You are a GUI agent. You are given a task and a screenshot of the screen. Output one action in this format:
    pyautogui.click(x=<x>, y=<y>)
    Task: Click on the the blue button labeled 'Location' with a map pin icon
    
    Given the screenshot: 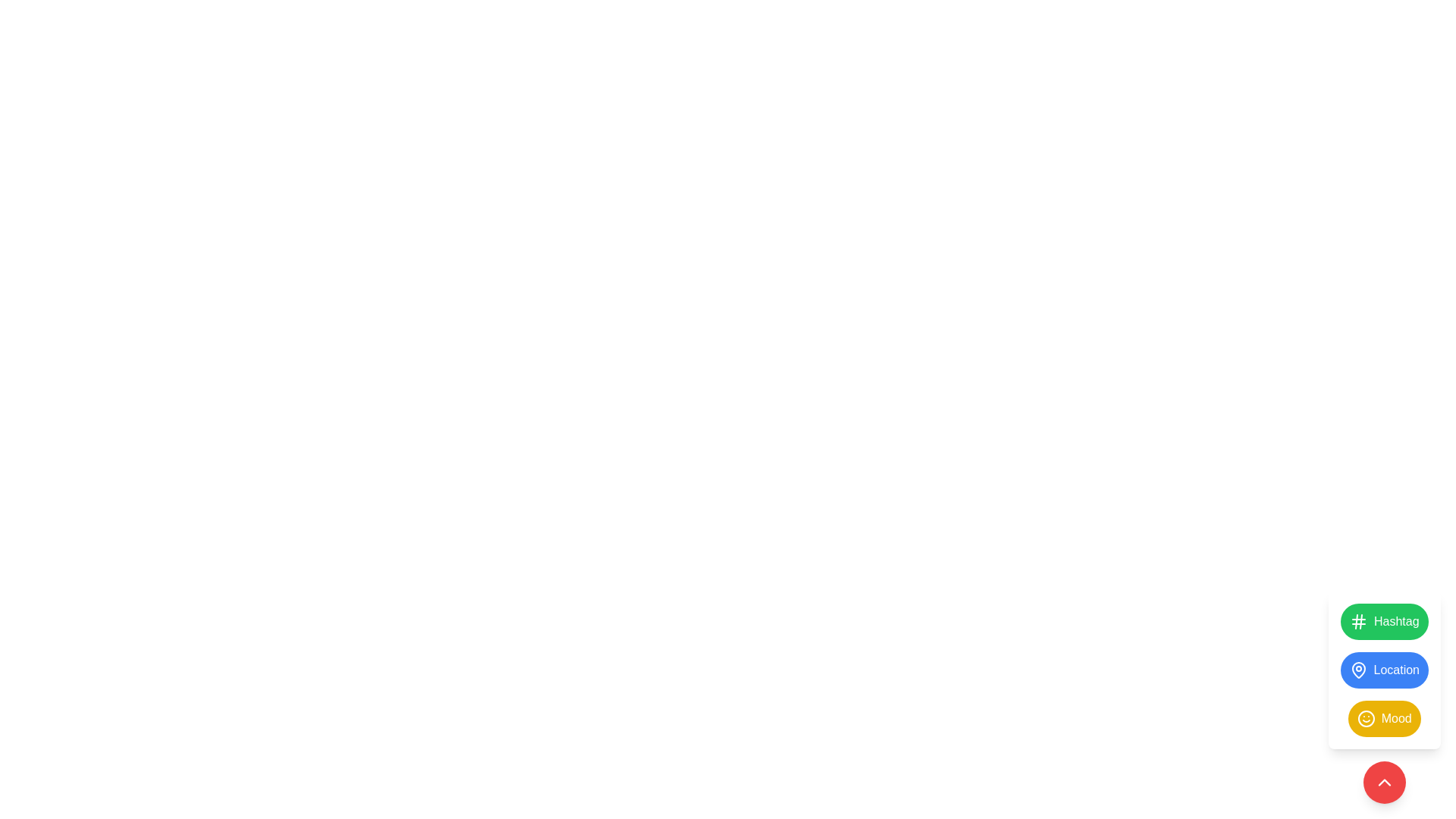 What is the action you would take?
    pyautogui.click(x=1384, y=669)
    